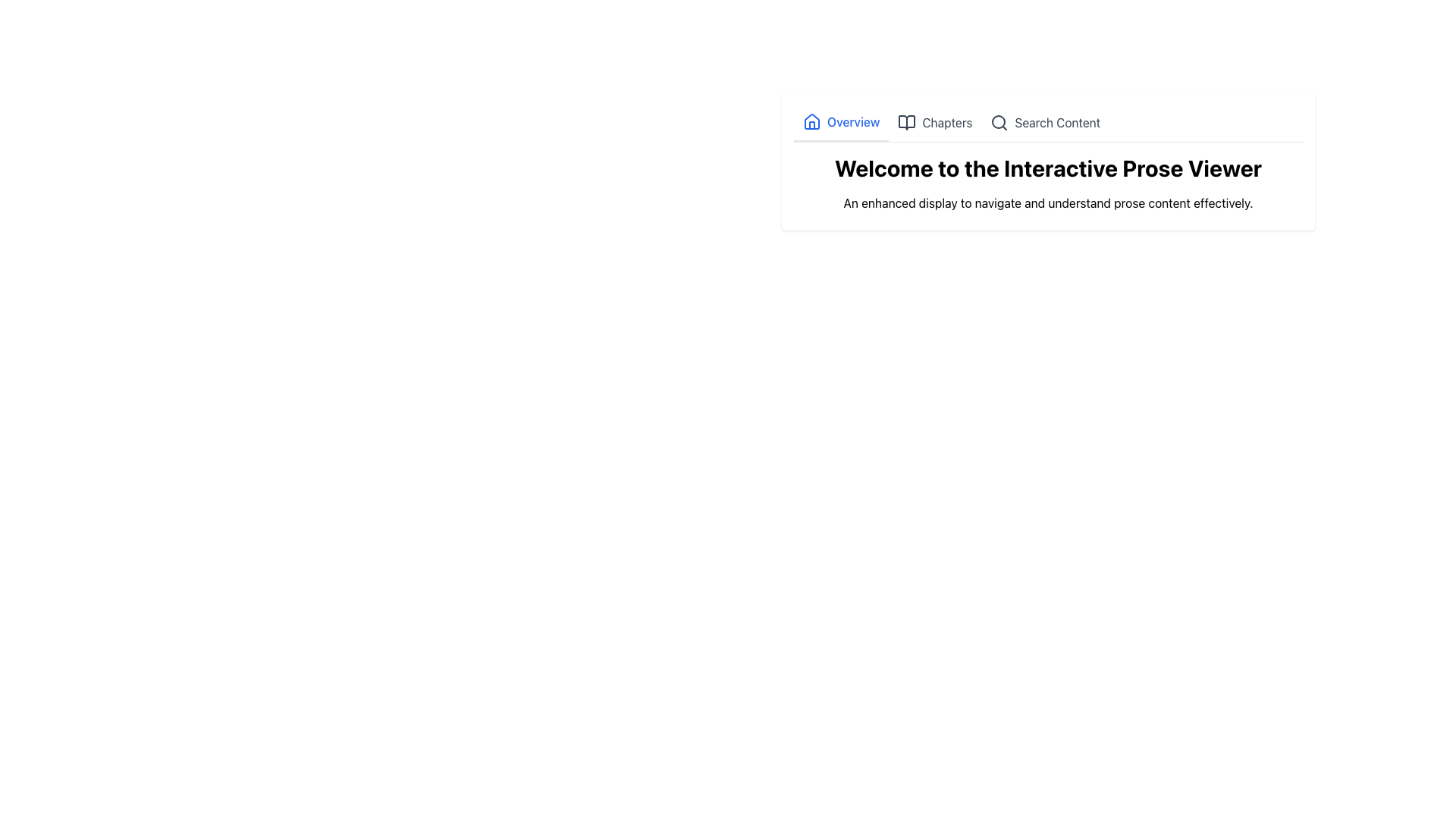  Describe the element at coordinates (999, 122) in the screenshot. I see `the magnifying glass icon located in the top right corner of the navigation bar to initiate a search function` at that location.